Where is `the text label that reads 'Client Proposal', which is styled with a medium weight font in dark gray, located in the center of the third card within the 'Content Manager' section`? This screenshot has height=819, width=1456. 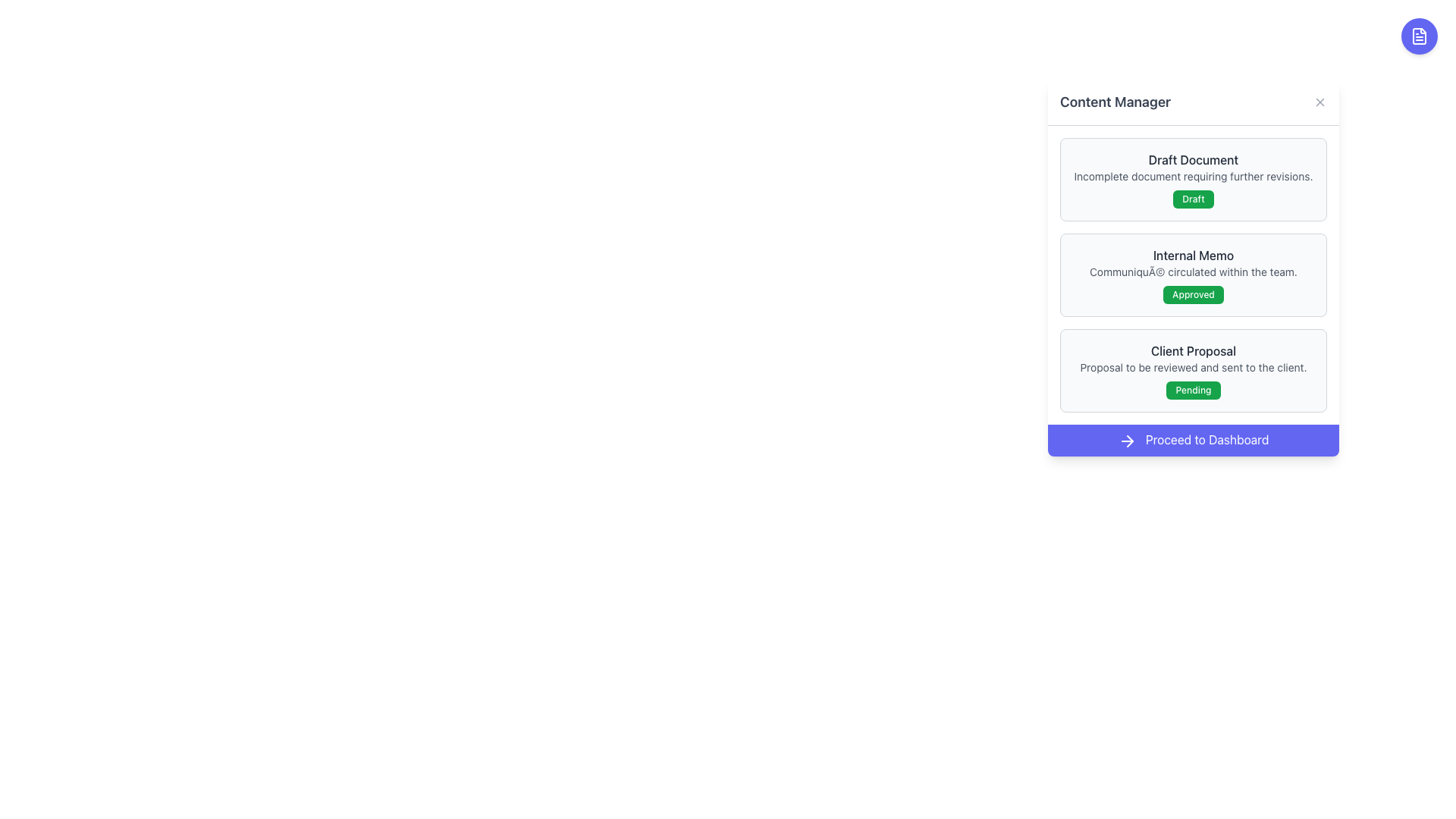 the text label that reads 'Client Proposal', which is styled with a medium weight font in dark gray, located in the center of the third card within the 'Content Manager' section is located at coordinates (1193, 350).